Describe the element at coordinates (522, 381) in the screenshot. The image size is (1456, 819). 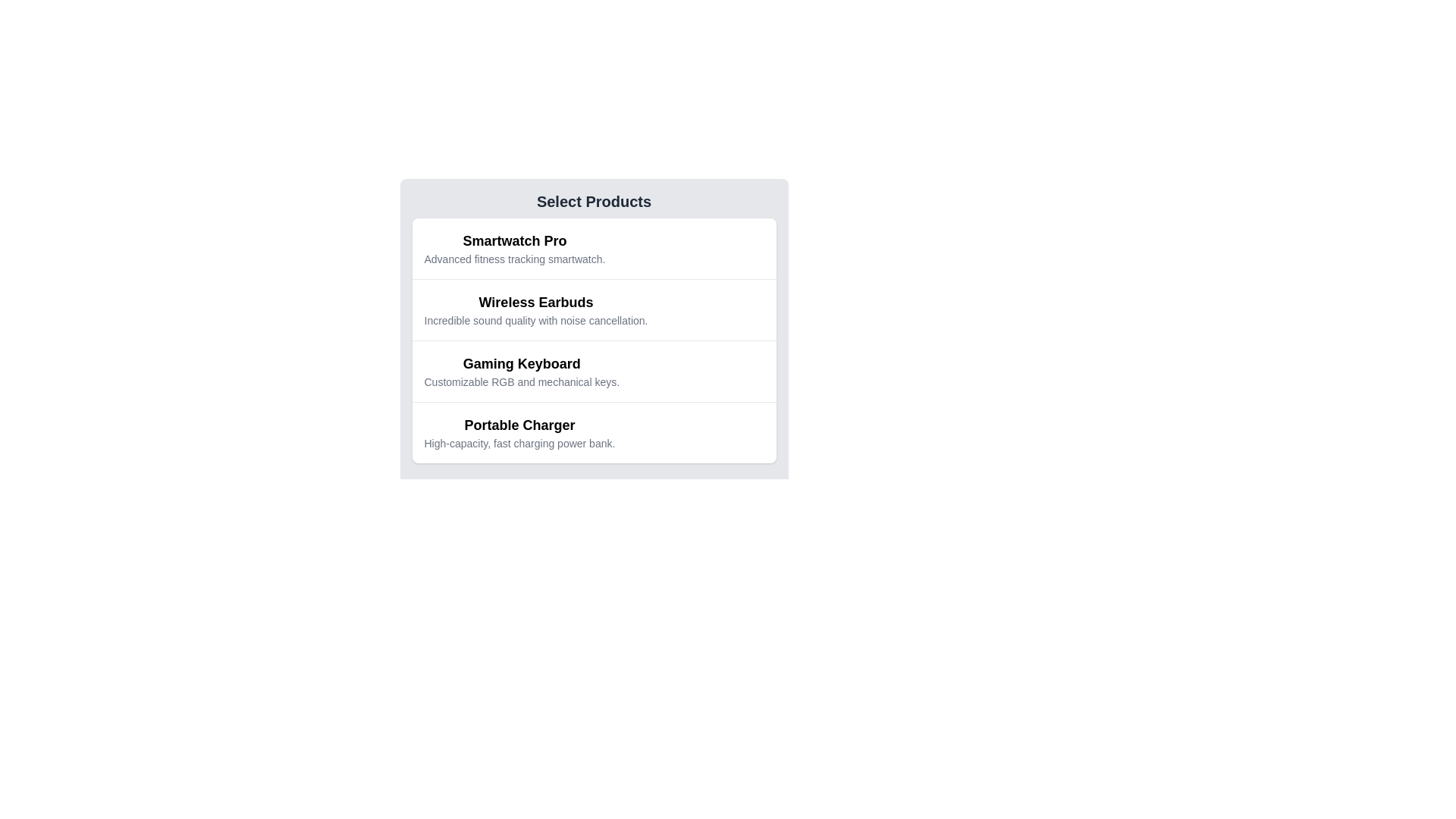
I see `the text element containing 'Customizable RGB and mechanical keys.', which is styled in gray and located below the 'Gaming Keyboard' title in the vertical product list` at that location.